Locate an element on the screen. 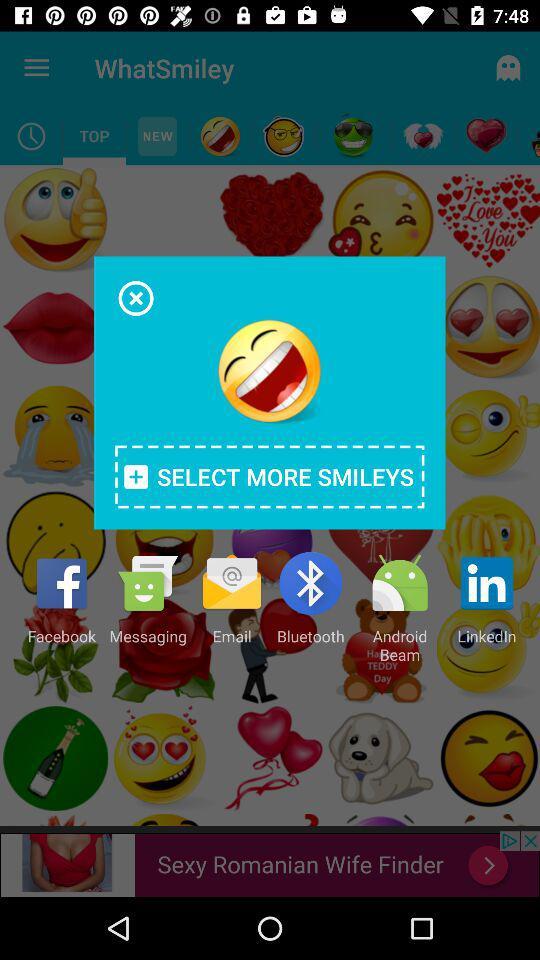 Image resolution: width=540 pixels, height=960 pixels. exit popup is located at coordinates (135, 297).